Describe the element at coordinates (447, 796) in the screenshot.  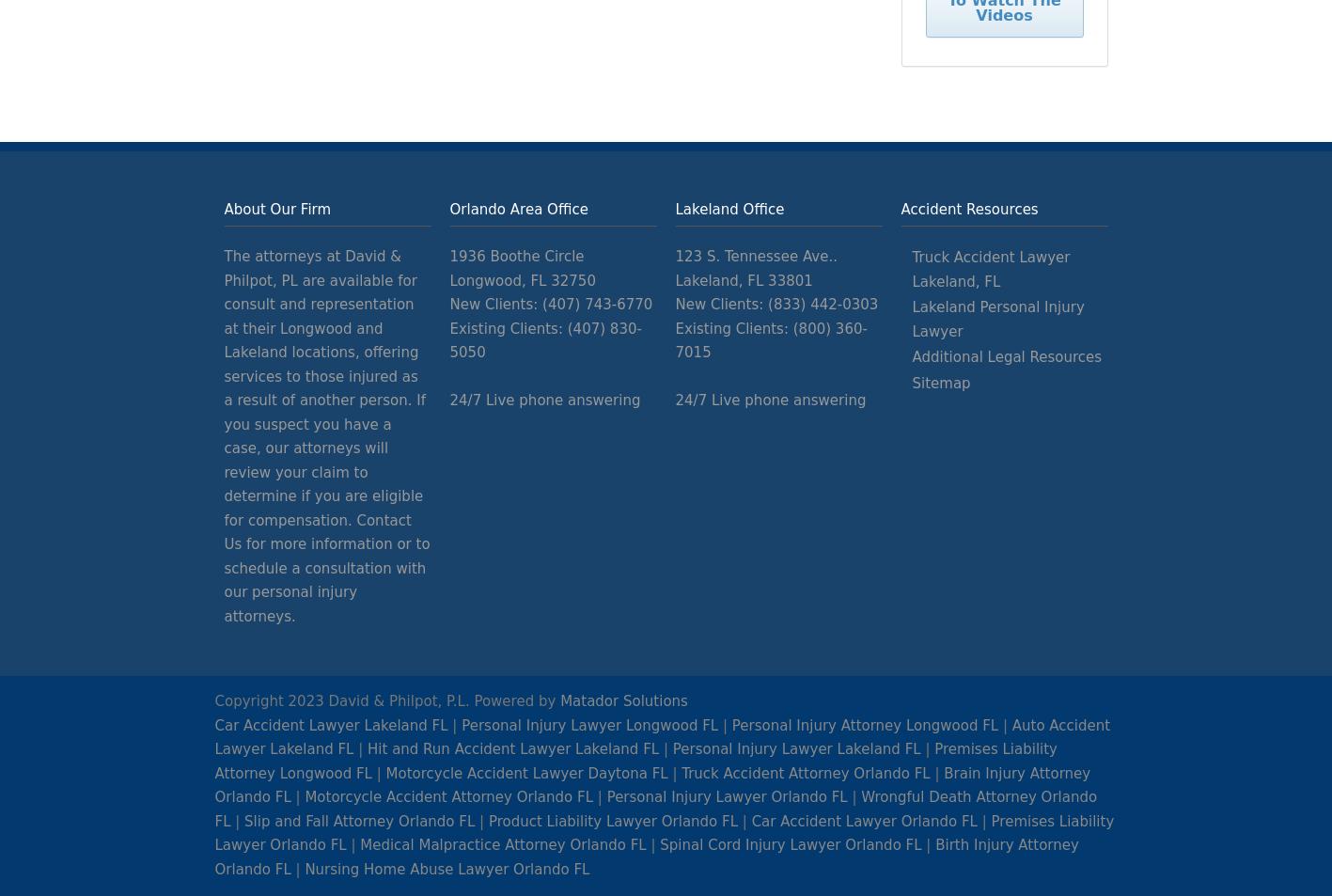
I see `'Motorcycle Accident Attorney Orlando FL'` at that location.